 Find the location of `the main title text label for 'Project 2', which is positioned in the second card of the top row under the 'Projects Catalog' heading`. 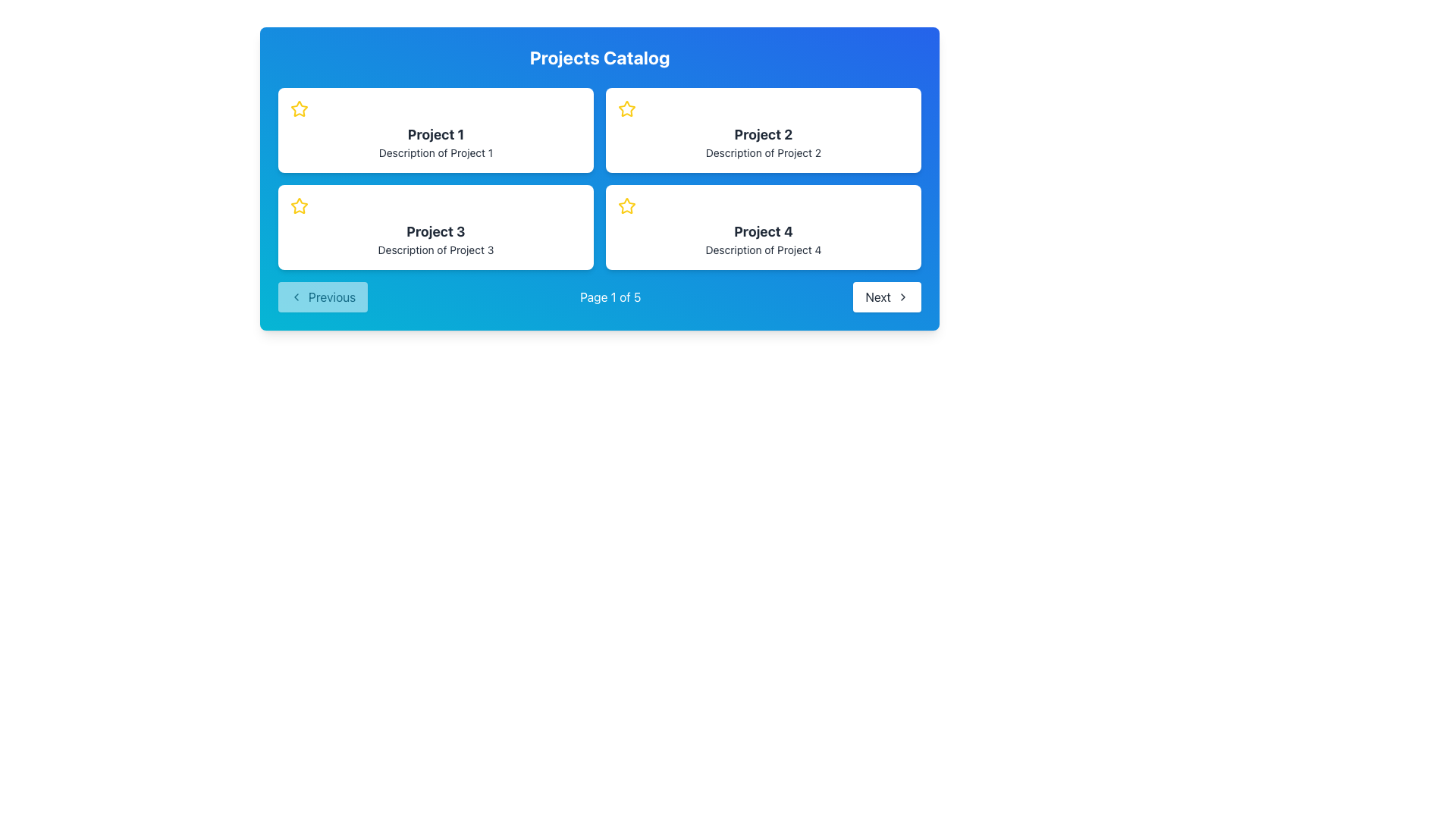

the main title text label for 'Project 2', which is positioned in the second card of the top row under the 'Projects Catalog' heading is located at coordinates (764, 133).